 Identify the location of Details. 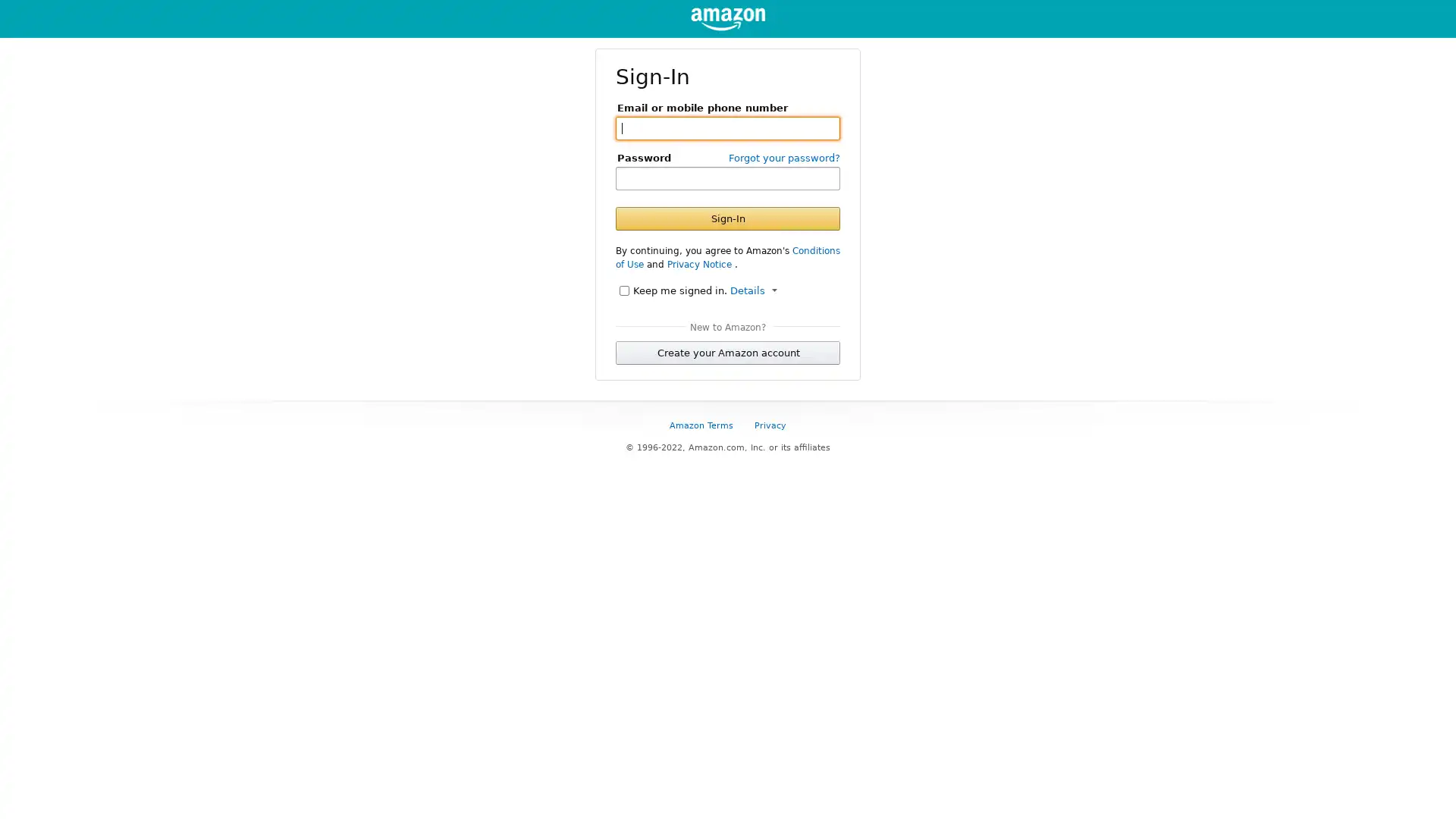
(753, 290).